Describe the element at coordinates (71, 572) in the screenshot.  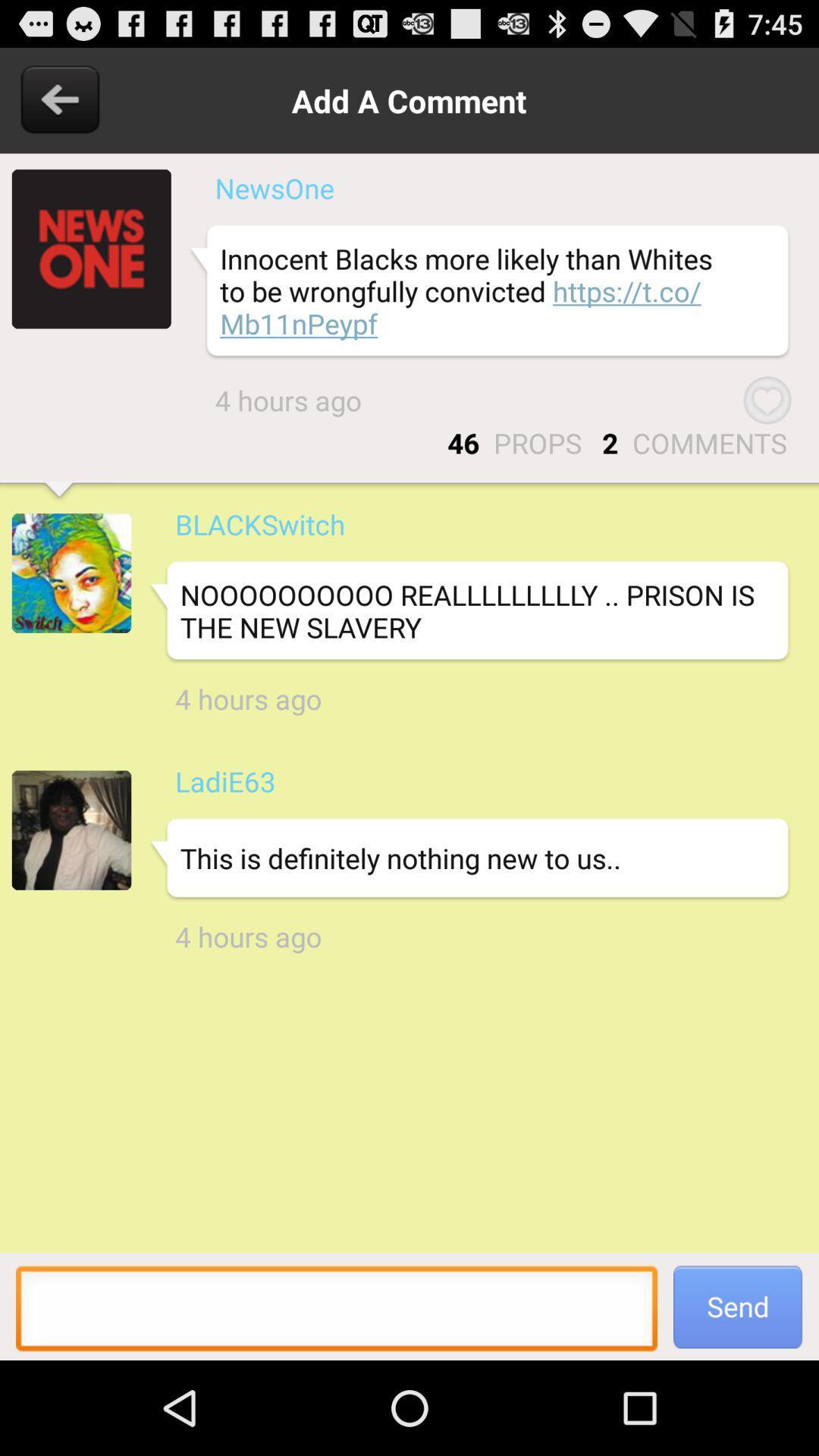
I see `click on the avatar` at that location.